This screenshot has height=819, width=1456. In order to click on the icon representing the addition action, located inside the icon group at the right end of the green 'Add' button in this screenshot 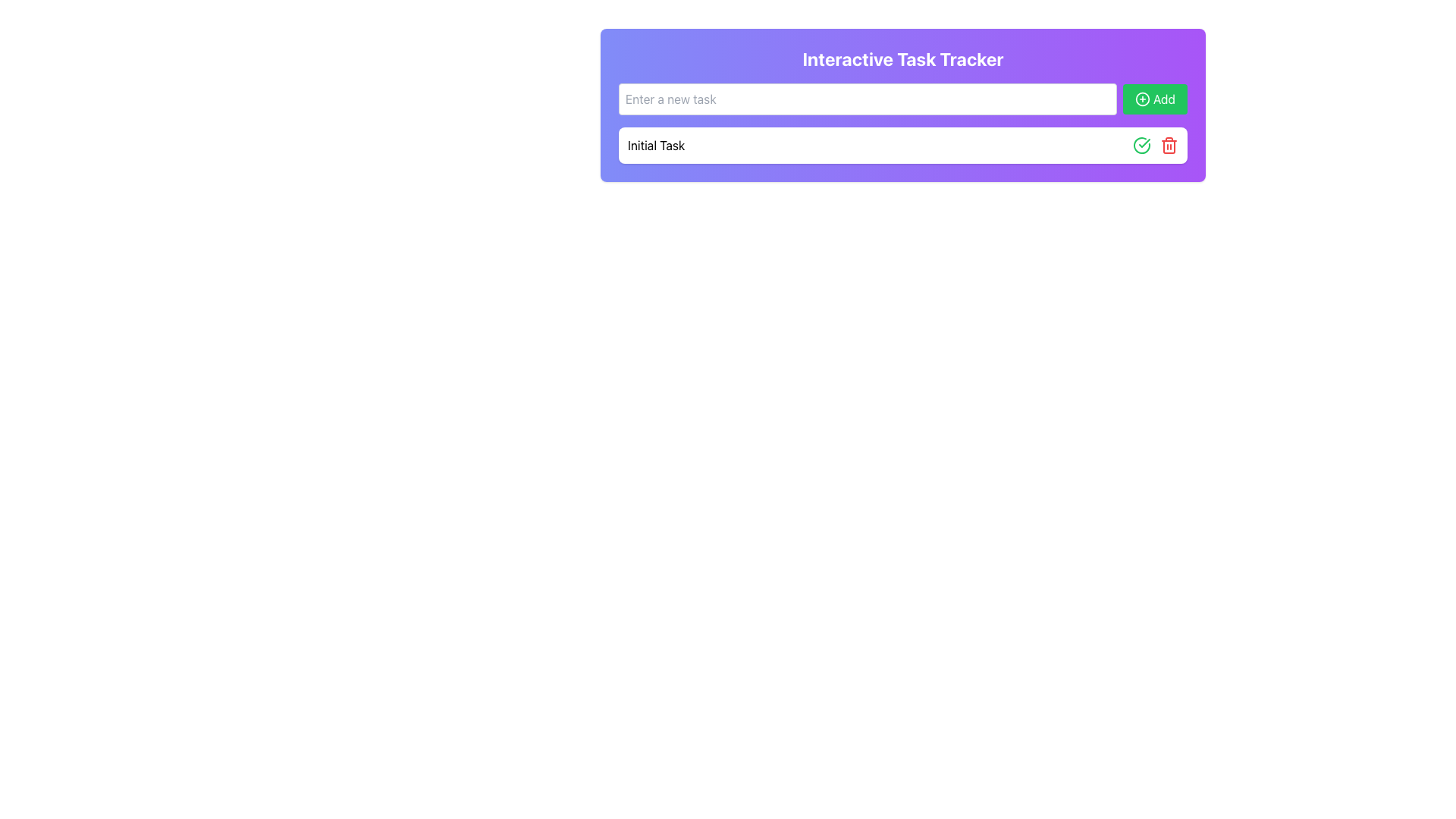, I will do `click(1143, 99)`.